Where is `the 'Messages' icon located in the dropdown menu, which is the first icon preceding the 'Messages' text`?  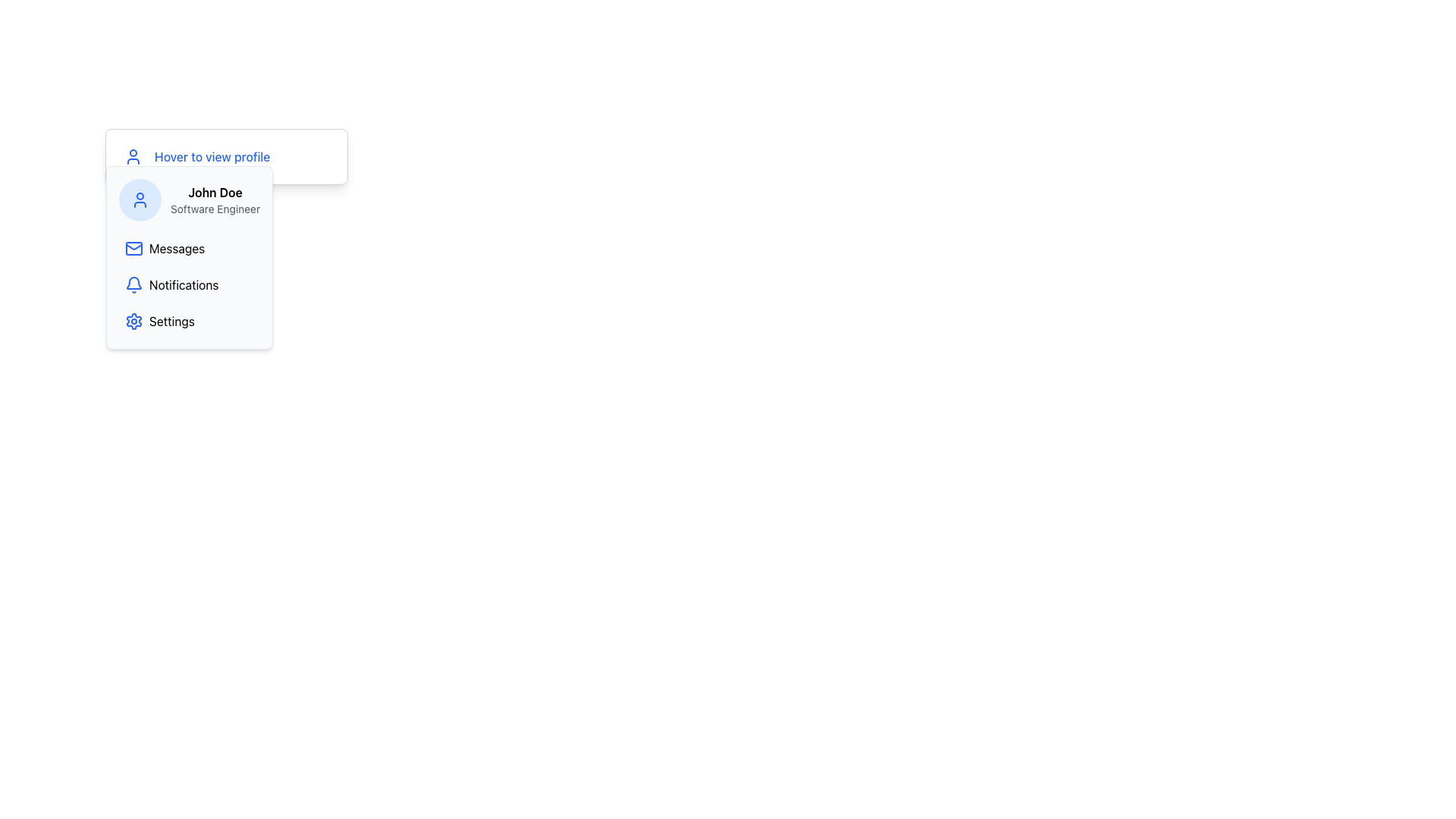
the 'Messages' icon located in the dropdown menu, which is the first icon preceding the 'Messages' text is located at coordinates (134, 247).